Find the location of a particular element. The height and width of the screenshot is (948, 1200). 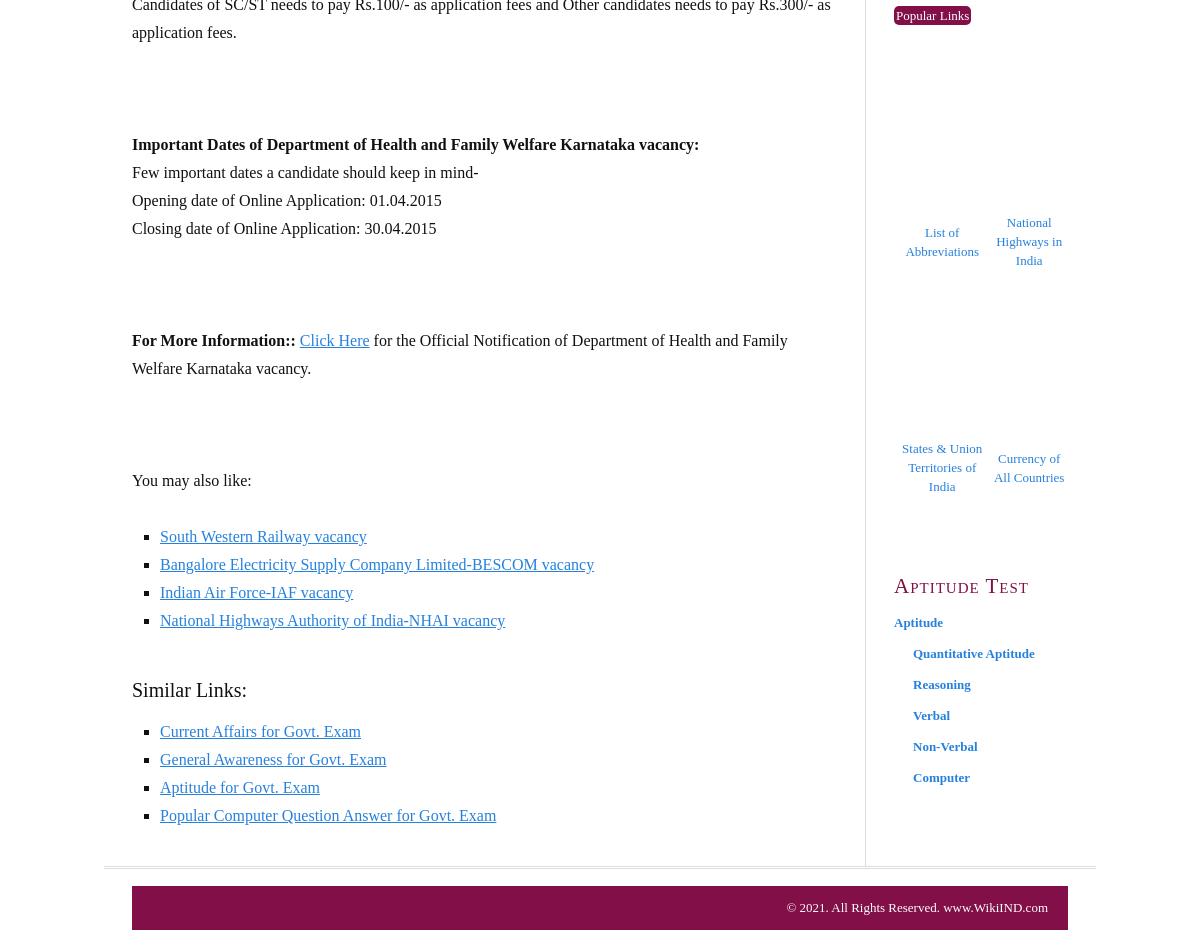

'© 2021. All Rights Reserved. www.WikiIND.com' is located at coordinates (917, 906).